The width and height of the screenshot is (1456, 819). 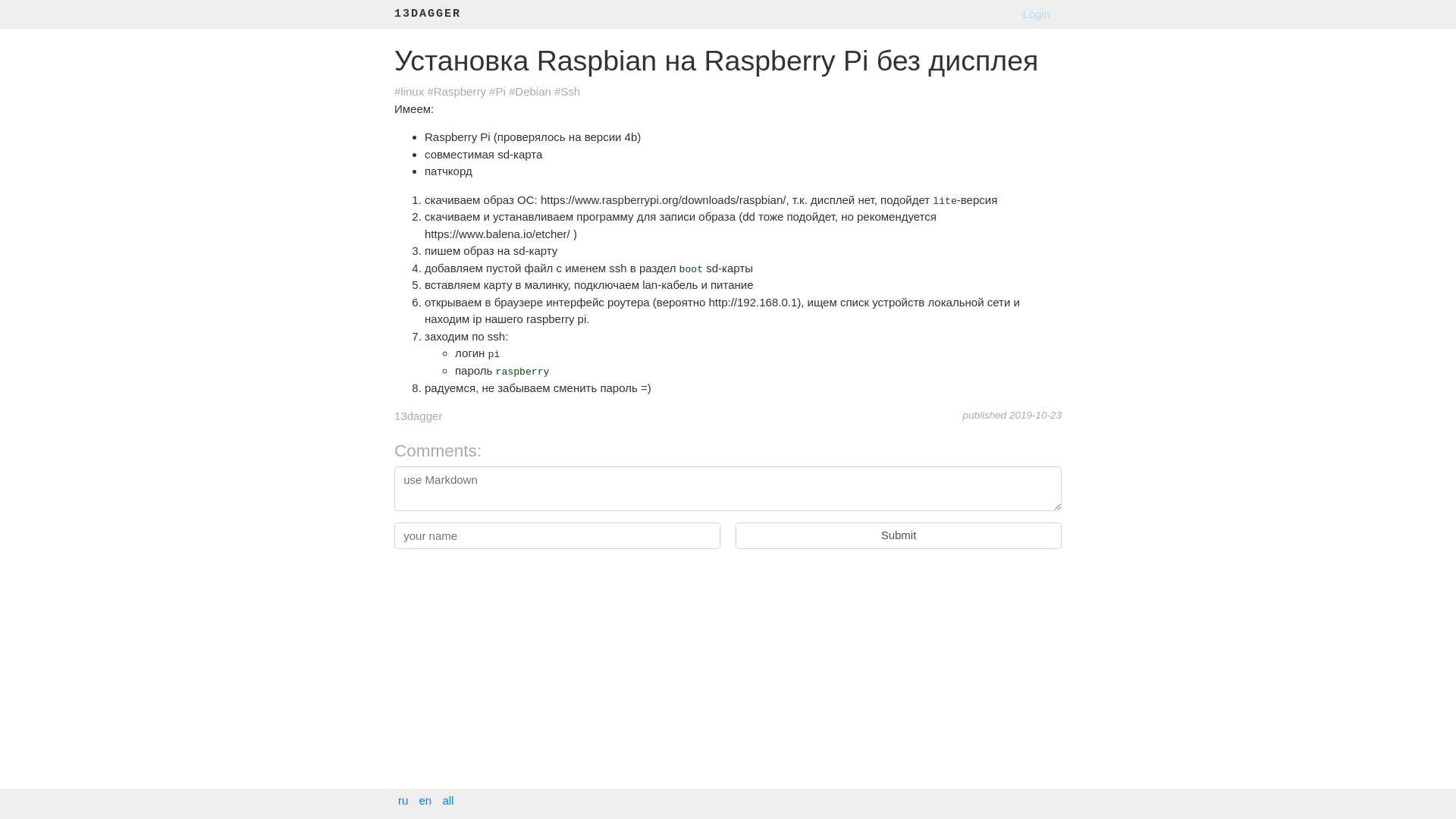 What do you see at coordinates (488, 91) in the screenshot?
I see `'#Pi'` at bounding box center [488, 91].